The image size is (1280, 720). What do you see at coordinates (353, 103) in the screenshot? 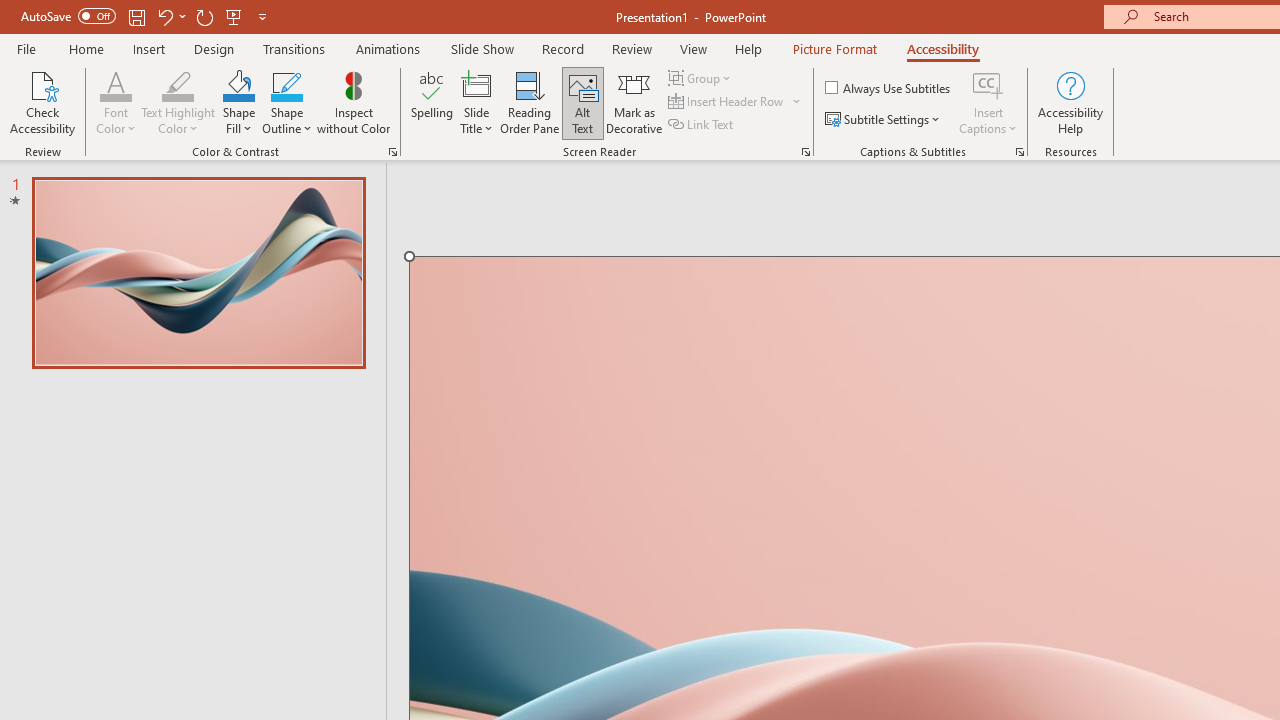
I see `'Inspect without Color'` at bounding box center [353, 103].